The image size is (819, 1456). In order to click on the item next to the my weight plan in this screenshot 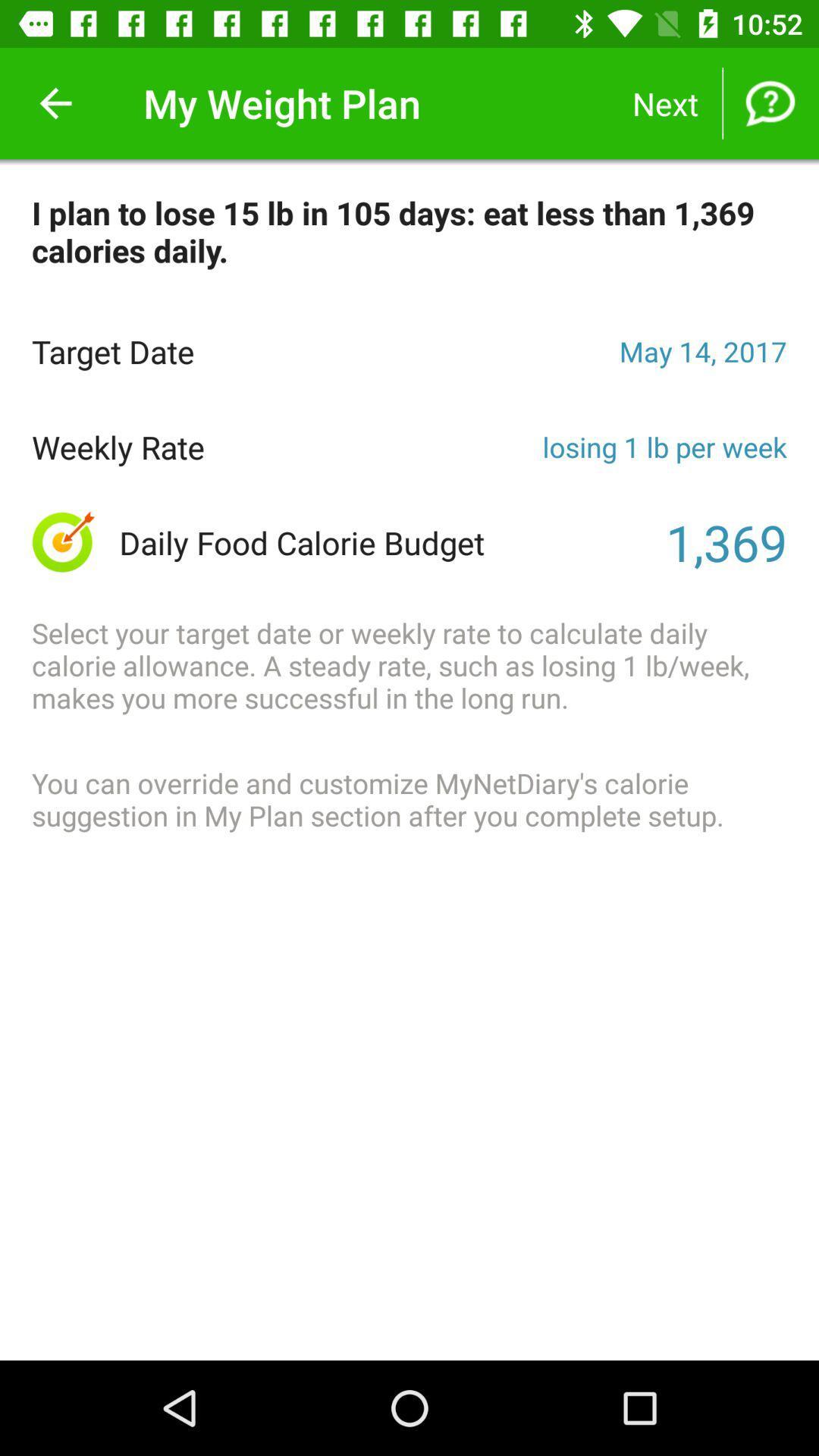, I will do `click(55, 102)`.